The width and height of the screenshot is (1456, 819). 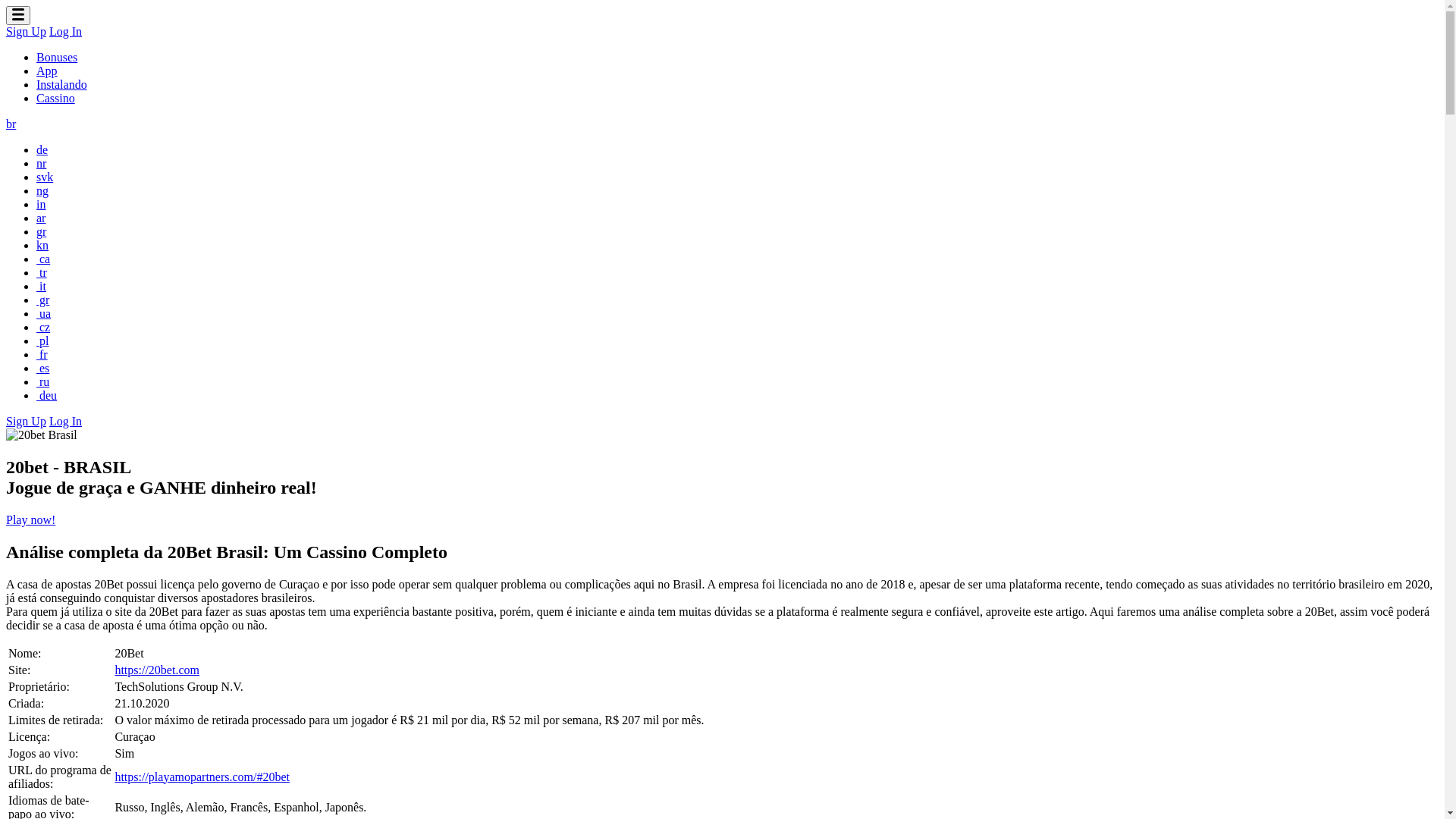 I want to click on 'ng', so click(x=36, y=190).